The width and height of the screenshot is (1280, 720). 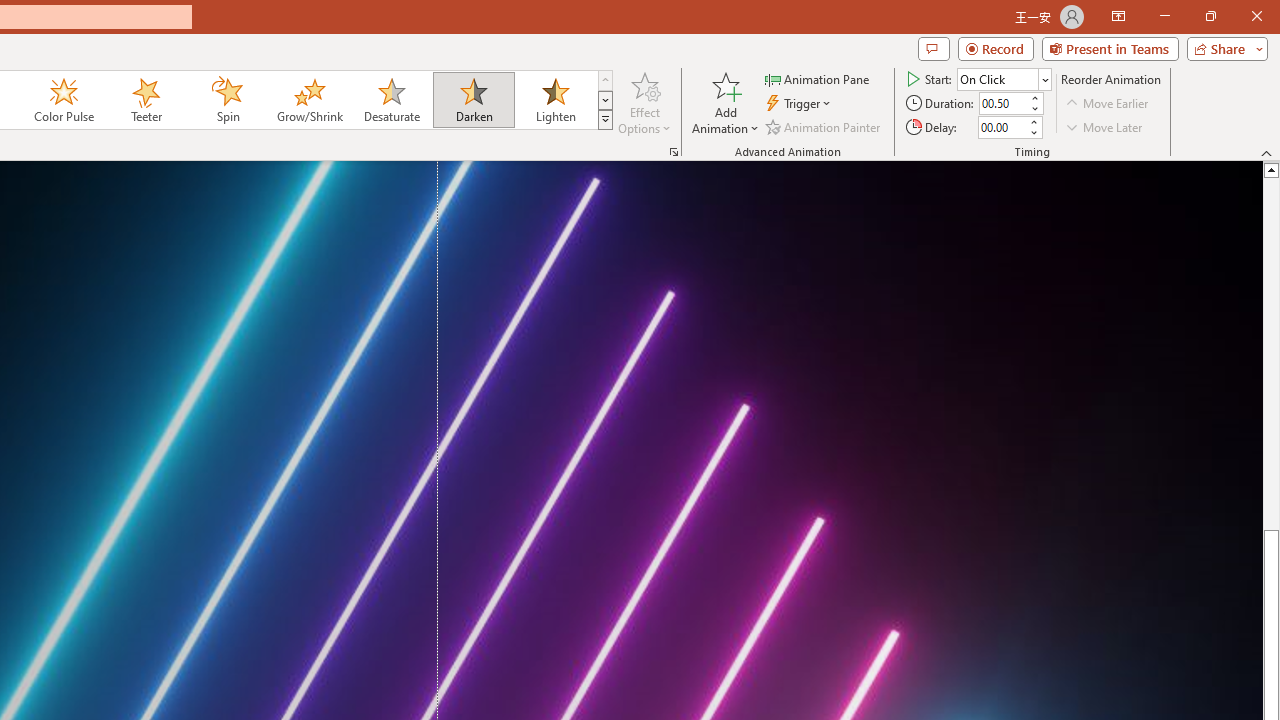 I want to click on 'Darken', so click(x=472, y=100).